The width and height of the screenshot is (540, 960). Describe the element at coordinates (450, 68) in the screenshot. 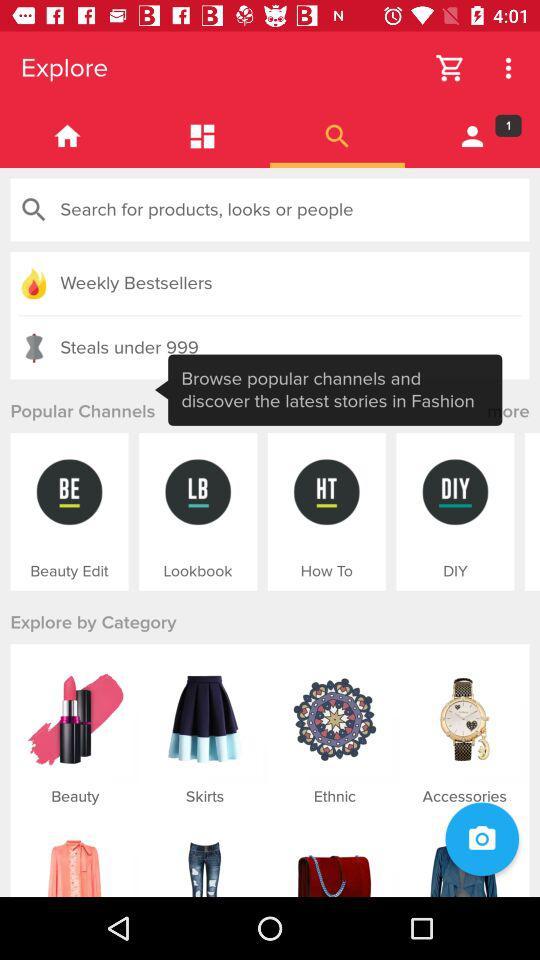

I see `shopping cart` at that location.